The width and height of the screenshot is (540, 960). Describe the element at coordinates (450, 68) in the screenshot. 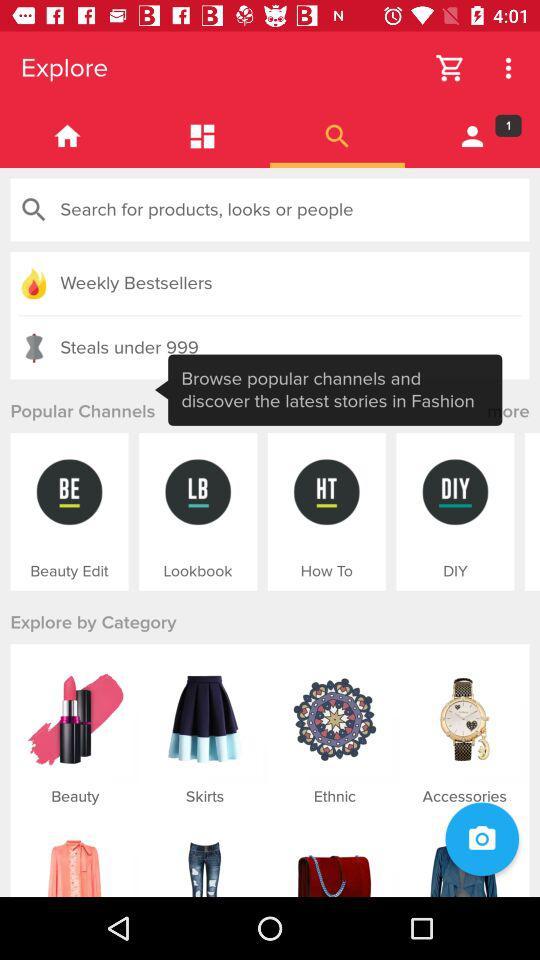

I see `shopping cart` at that location.